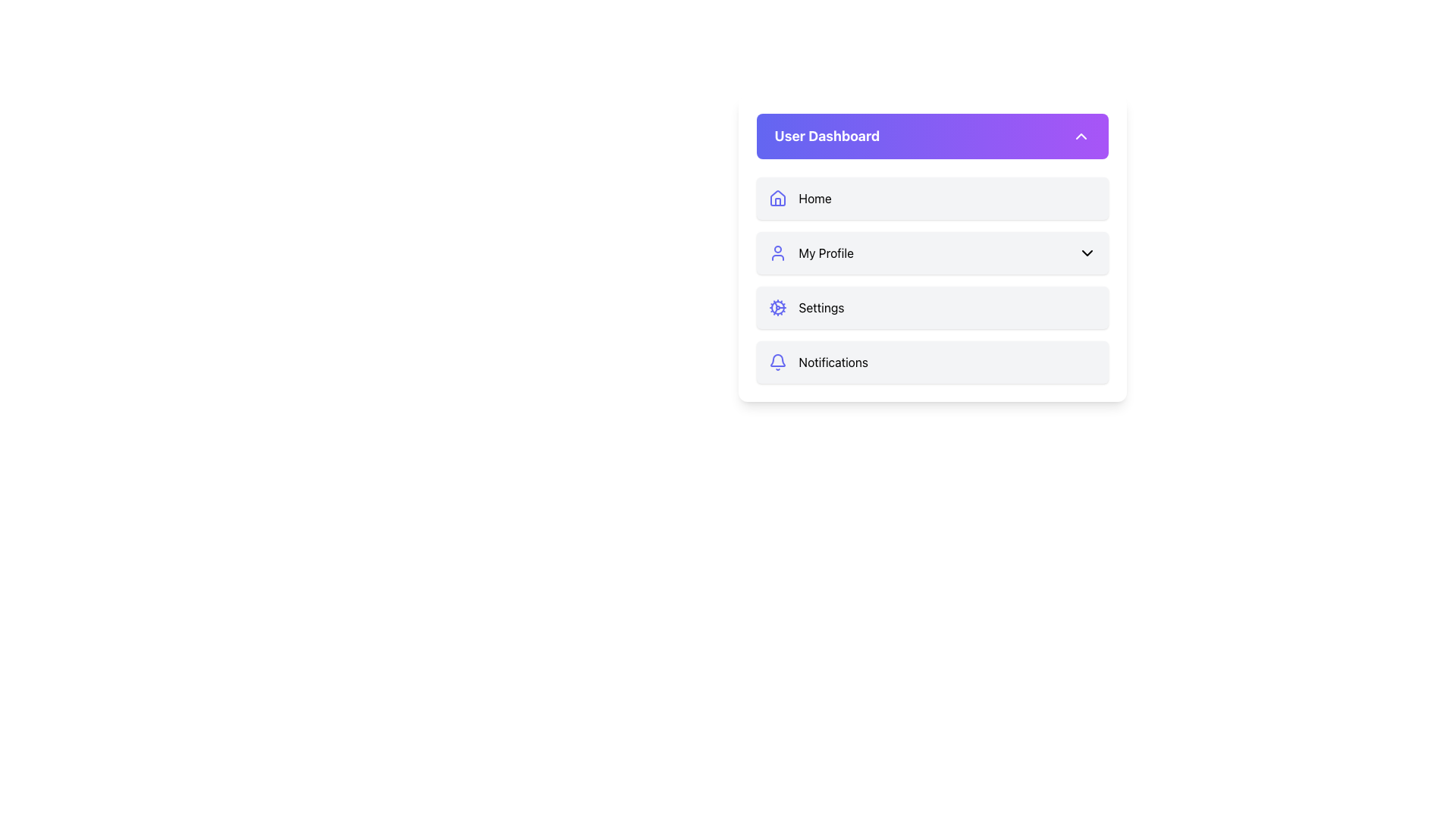  What do you see at coordinates (777, 253) in the screenshot?
I see `the decorative icon representing the 'My Profile' menu item, which is located immediately to the left of the 'My Profile' text` at bounding box center [777, 253].